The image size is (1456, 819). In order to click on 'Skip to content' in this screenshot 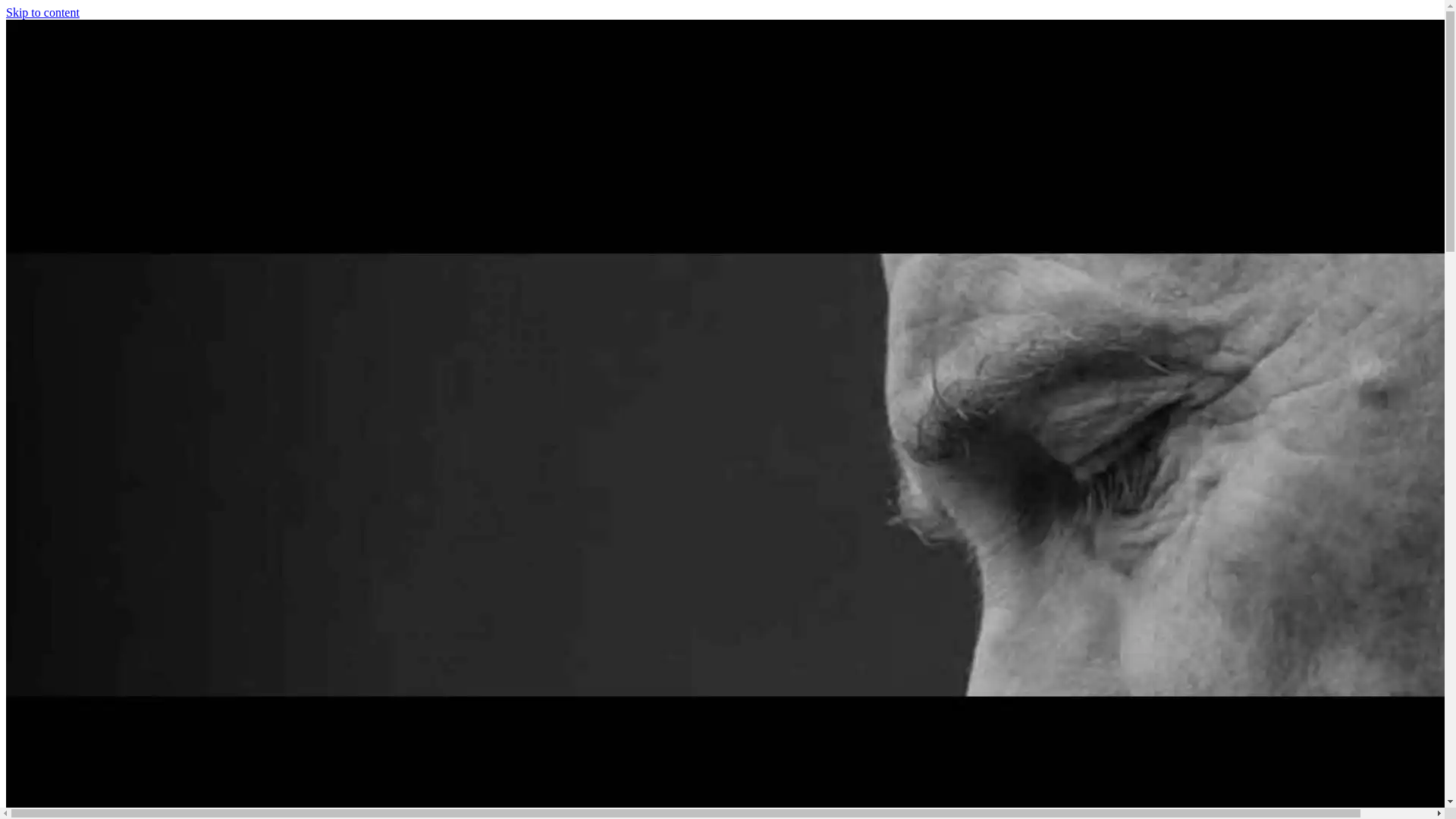, I will do `click(42, 12)`.